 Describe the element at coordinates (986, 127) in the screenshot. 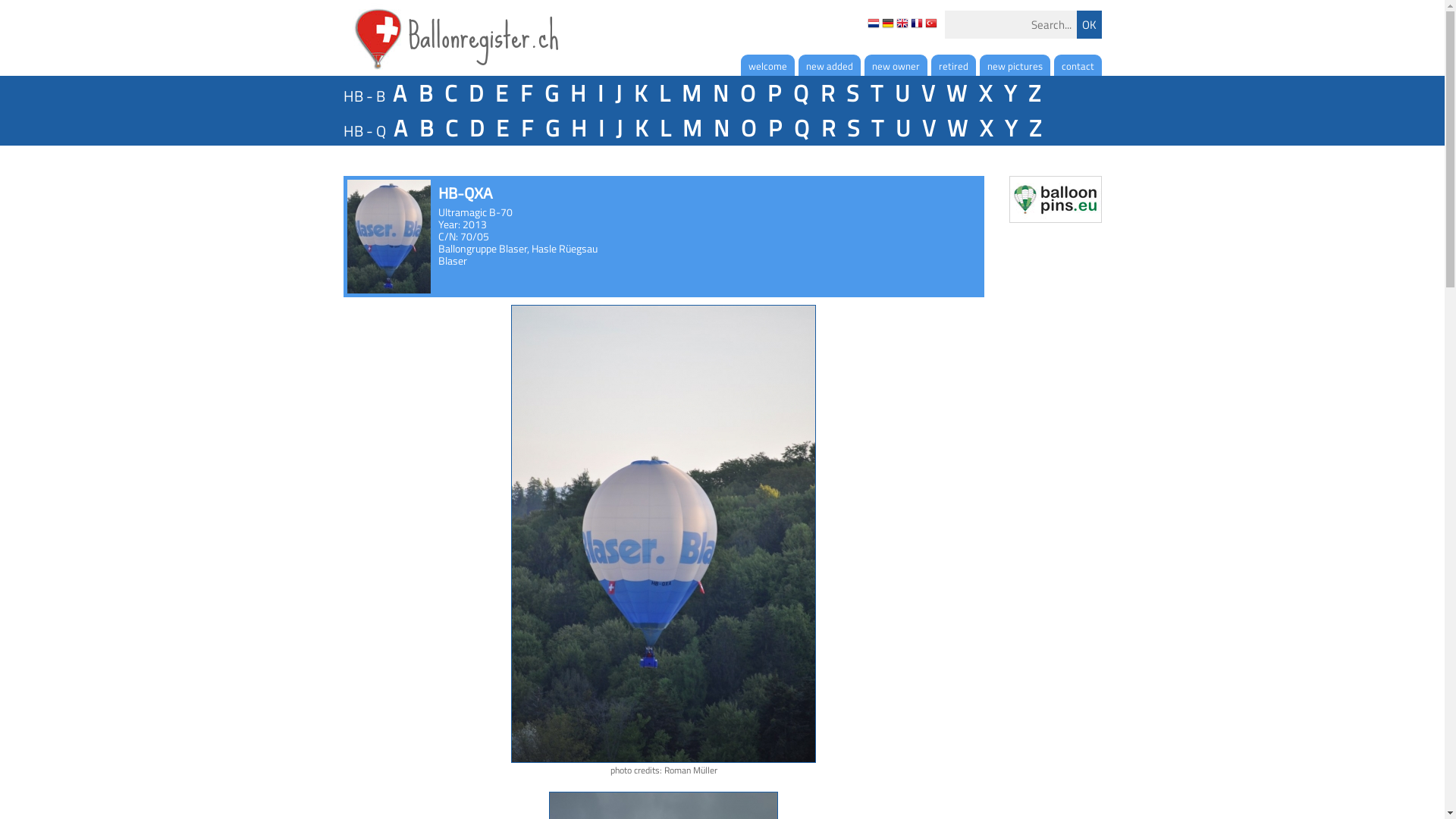

I see `'X'` at that location.